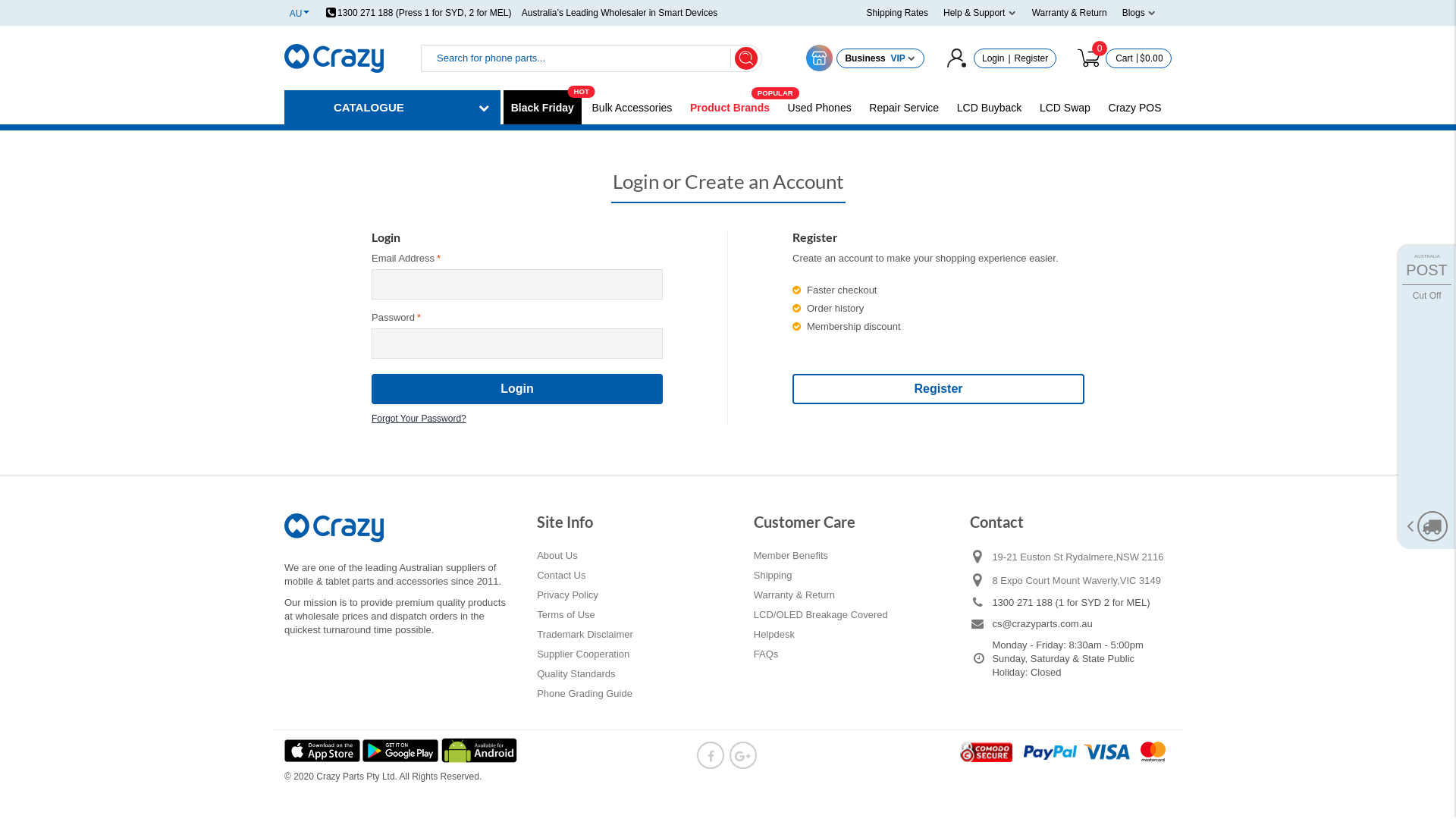 This screenshot has height=819, width=1456. I want to click on 'Terms of Use', so click(565, 614).